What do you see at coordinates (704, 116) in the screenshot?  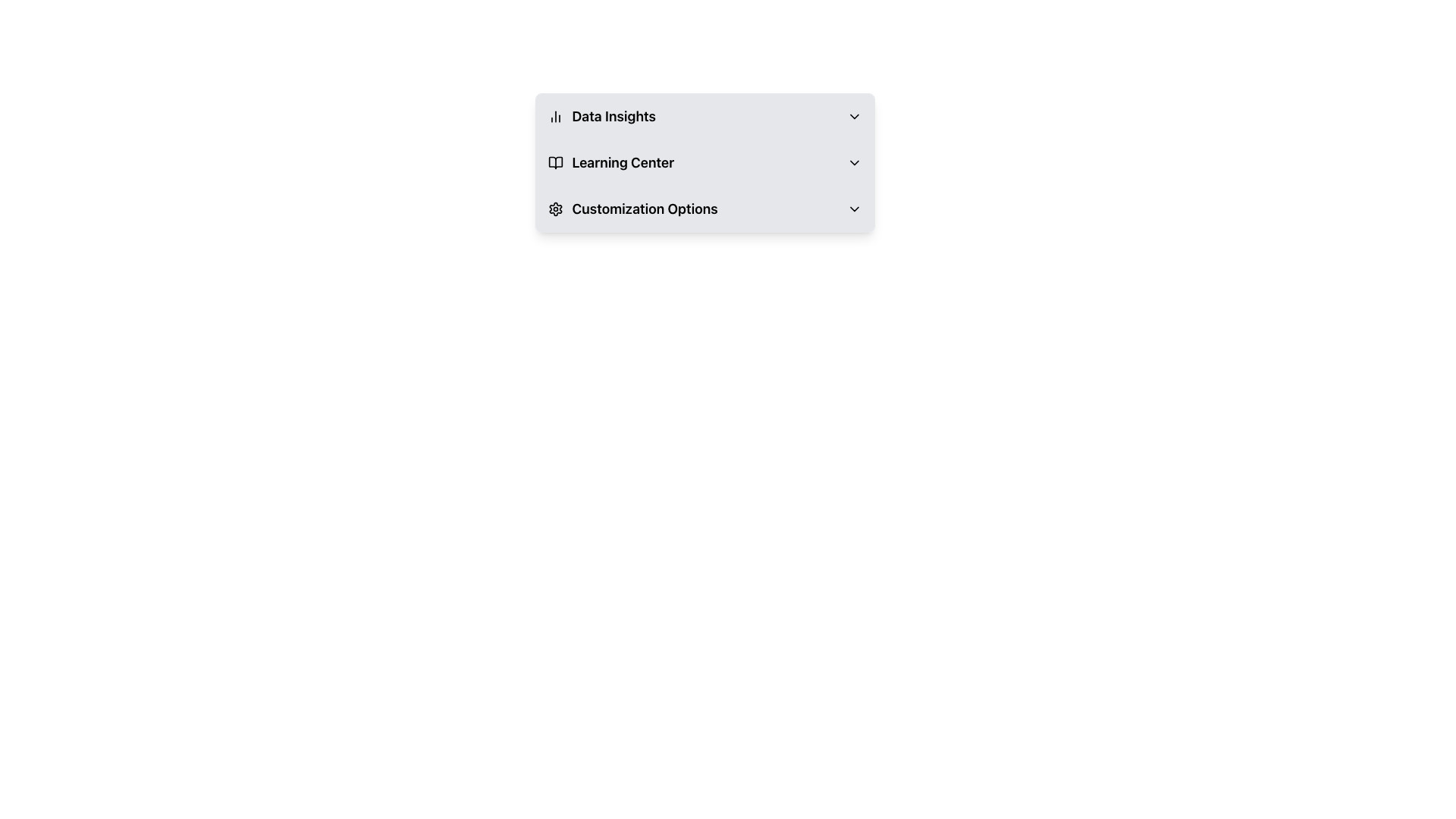 I see `the Collapsible menu header for accessibility navigation` at bounding box center [704, 116].